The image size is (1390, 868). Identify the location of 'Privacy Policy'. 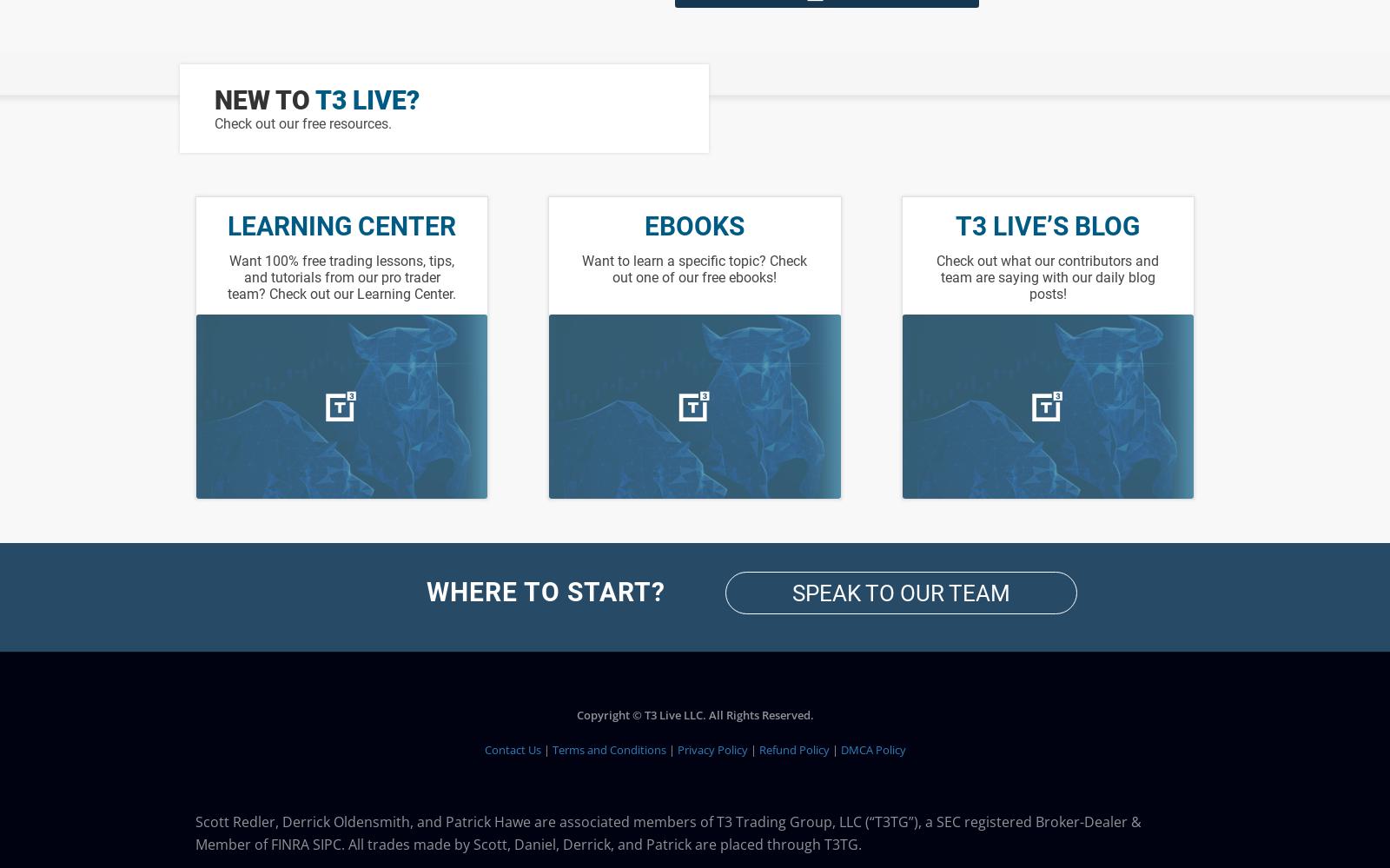
(711, 749).